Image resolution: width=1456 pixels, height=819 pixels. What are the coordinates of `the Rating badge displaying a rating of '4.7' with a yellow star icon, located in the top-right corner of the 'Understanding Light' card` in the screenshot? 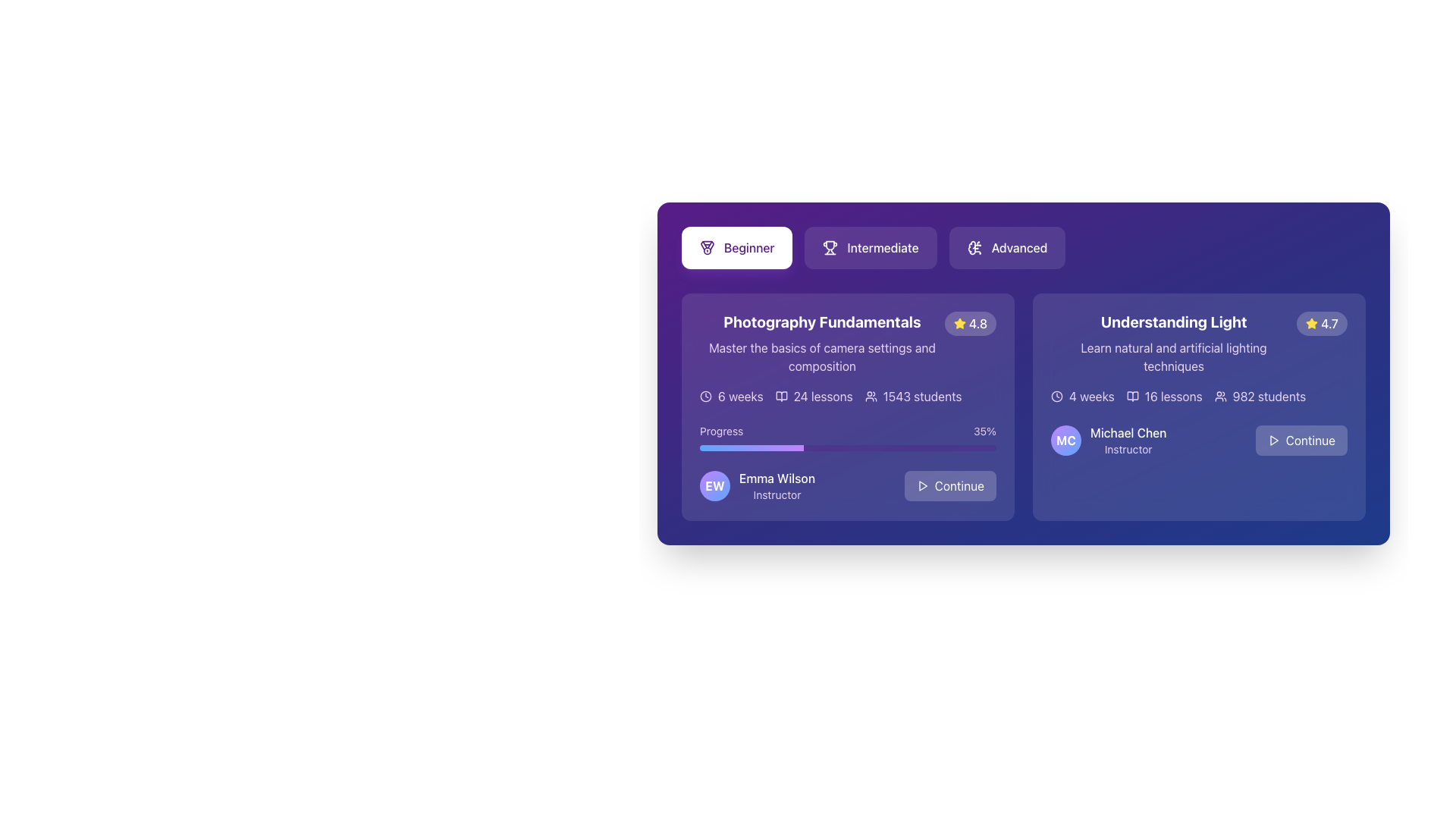 It's located at (1321, 323).